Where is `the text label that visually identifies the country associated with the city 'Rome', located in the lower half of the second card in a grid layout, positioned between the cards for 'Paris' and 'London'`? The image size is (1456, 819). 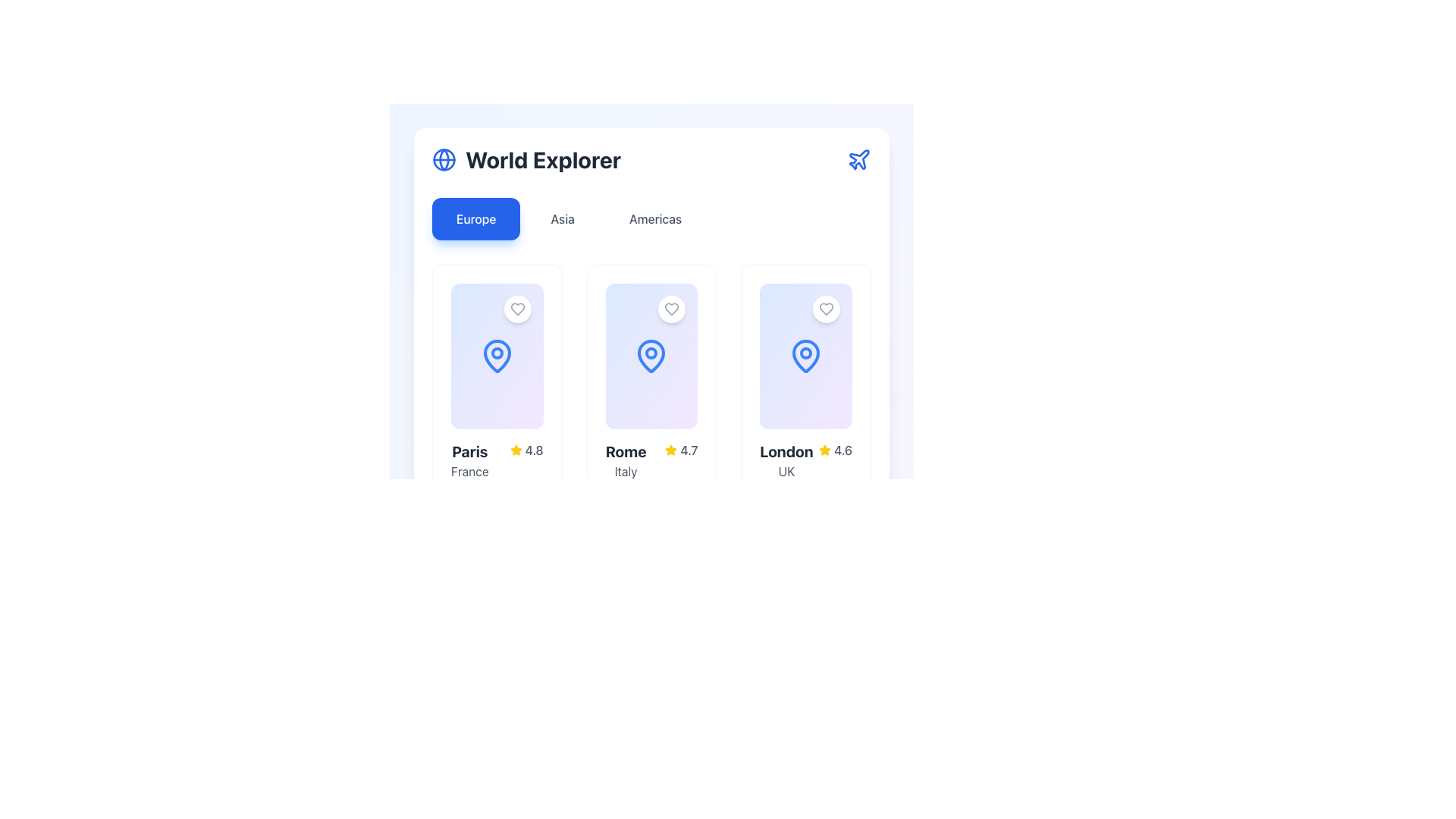 the text label that visually identifies the country associated with the city 'Rome', located in the lower half of the second card in a grid layout, positioned between the cards for 'Paris' and 'London' is located at coordinates (626, 470).